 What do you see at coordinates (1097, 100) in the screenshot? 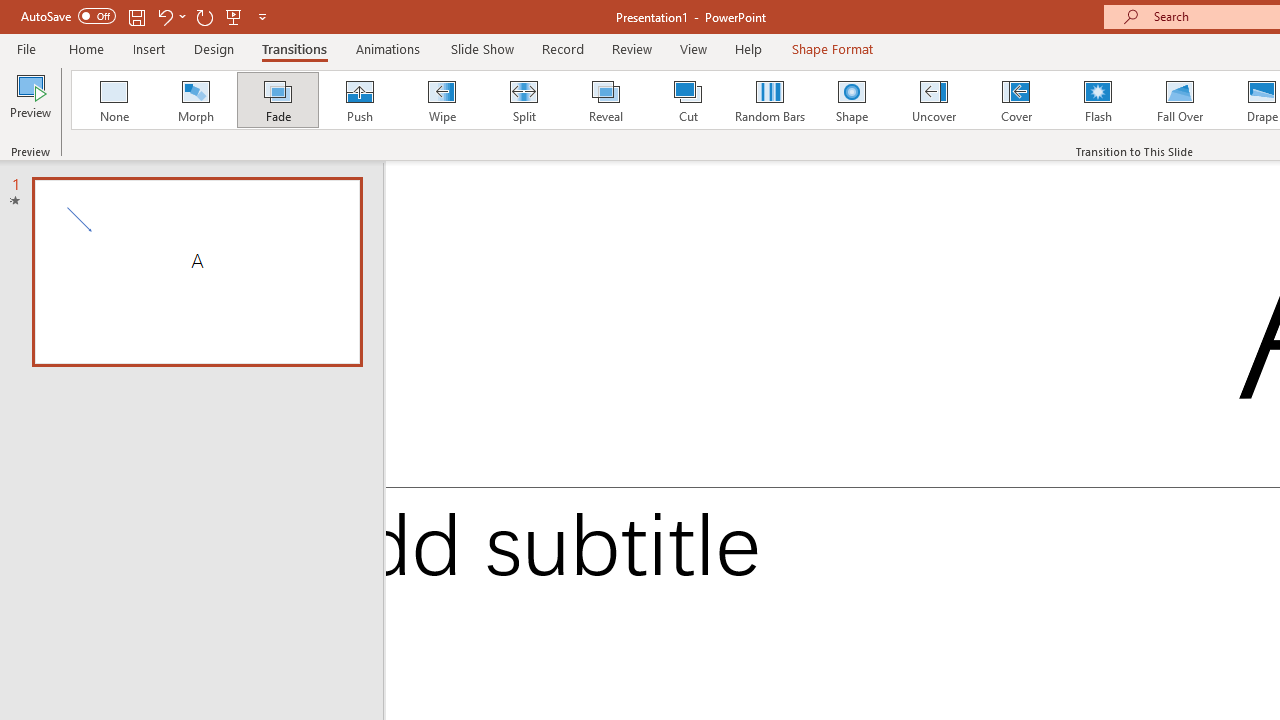
I see `'Flash'` at bounding box center [1097, 100].